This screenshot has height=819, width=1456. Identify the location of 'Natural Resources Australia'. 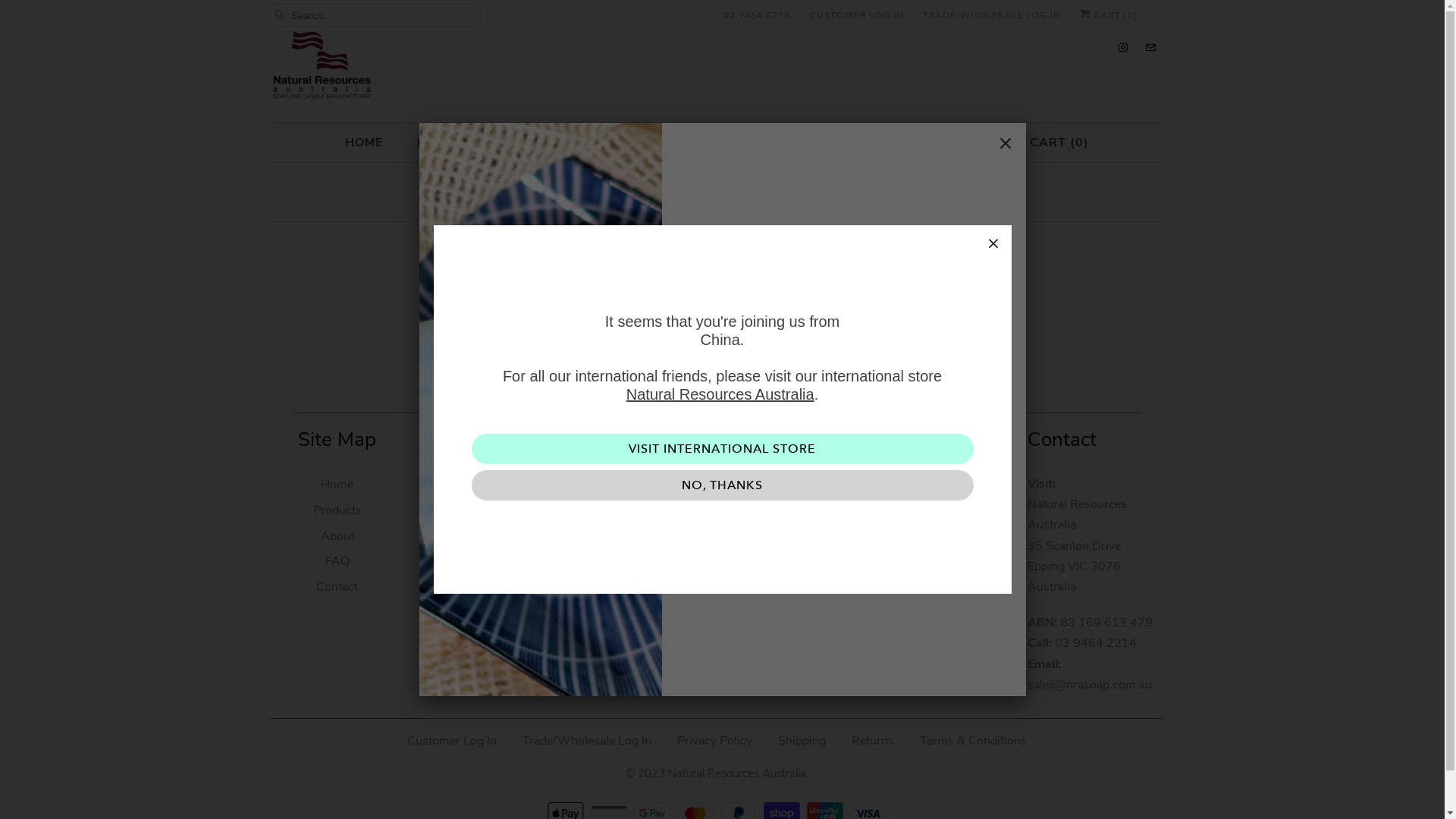
(736, 767).